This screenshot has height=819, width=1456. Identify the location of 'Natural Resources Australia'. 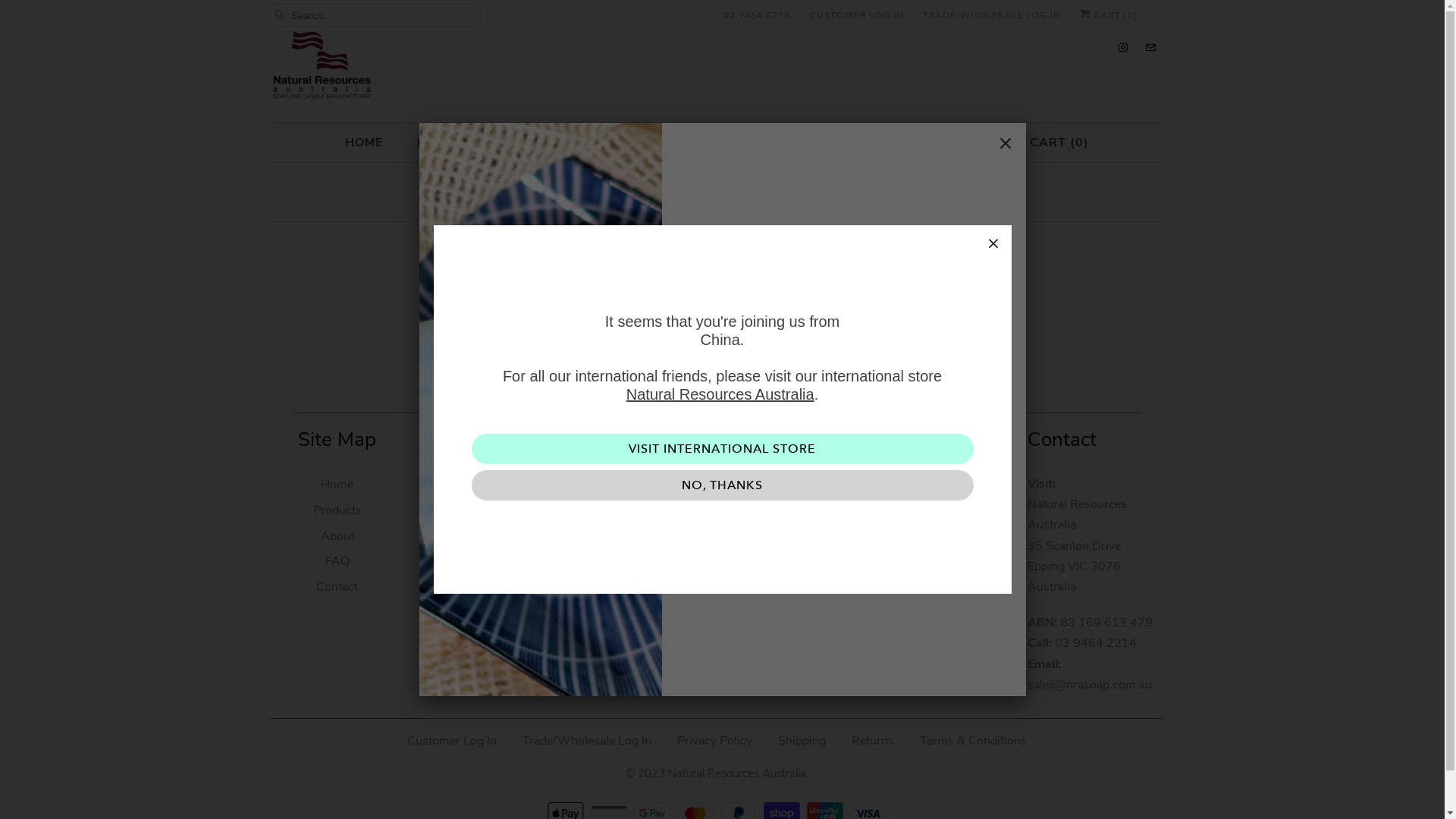
(736, 767).